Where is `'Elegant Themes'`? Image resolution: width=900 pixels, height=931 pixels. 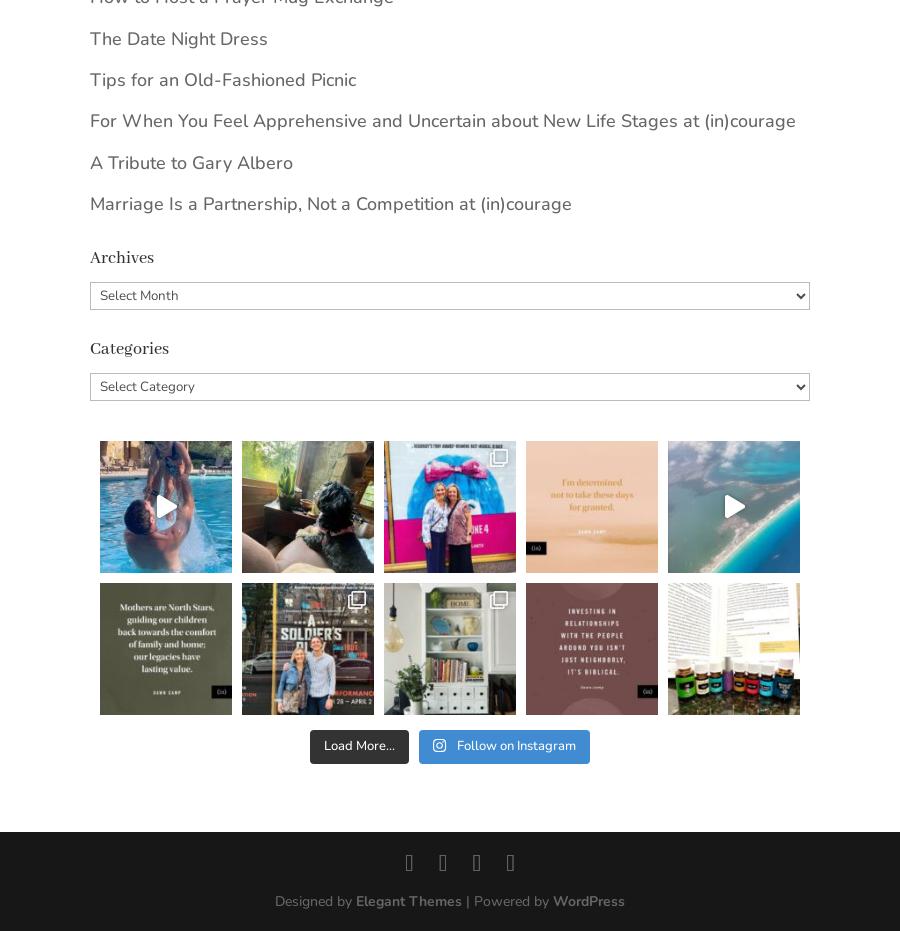 'Elegant Themes' is located at coordinates (408, 901).